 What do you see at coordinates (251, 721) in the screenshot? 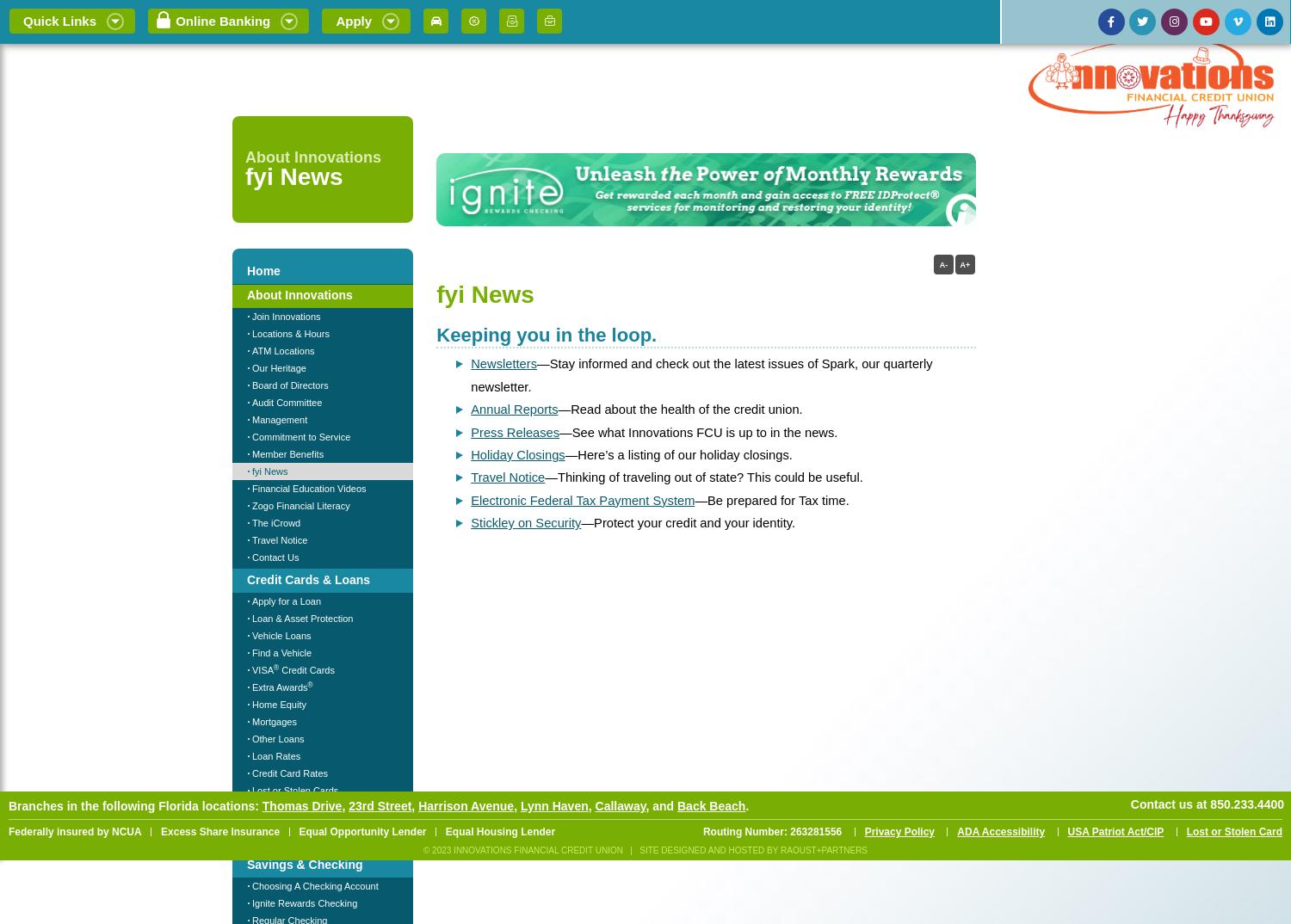
I see `'Mortgages'` at bounding box center [251, 721].